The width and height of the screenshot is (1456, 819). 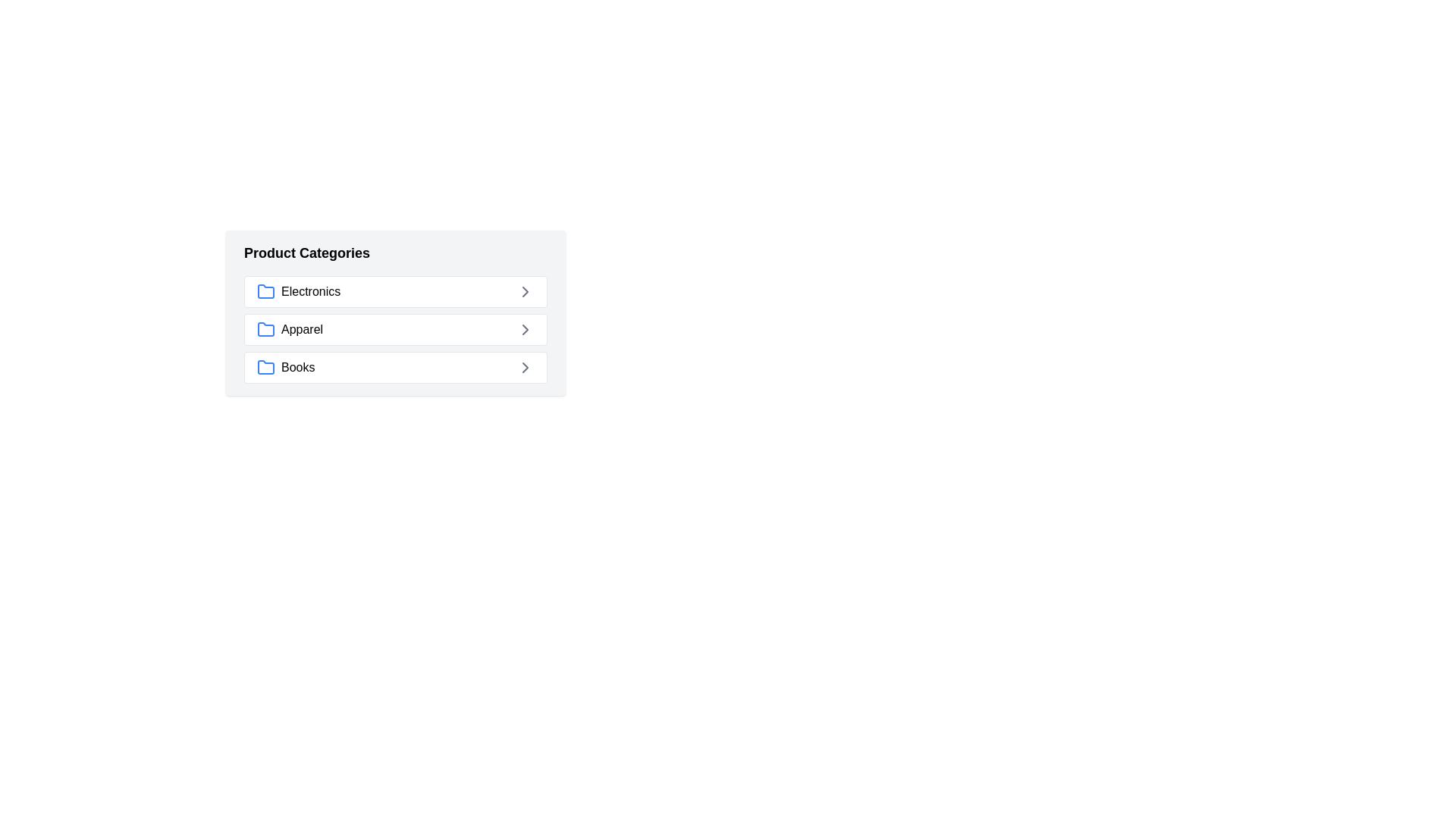 What do you see at coordinates (299, 292) in the screenshot?
I see `the first list item 'Electronics' with a blue folder icon under the 'Product Categories' heading` at bounding box center [299, 292].